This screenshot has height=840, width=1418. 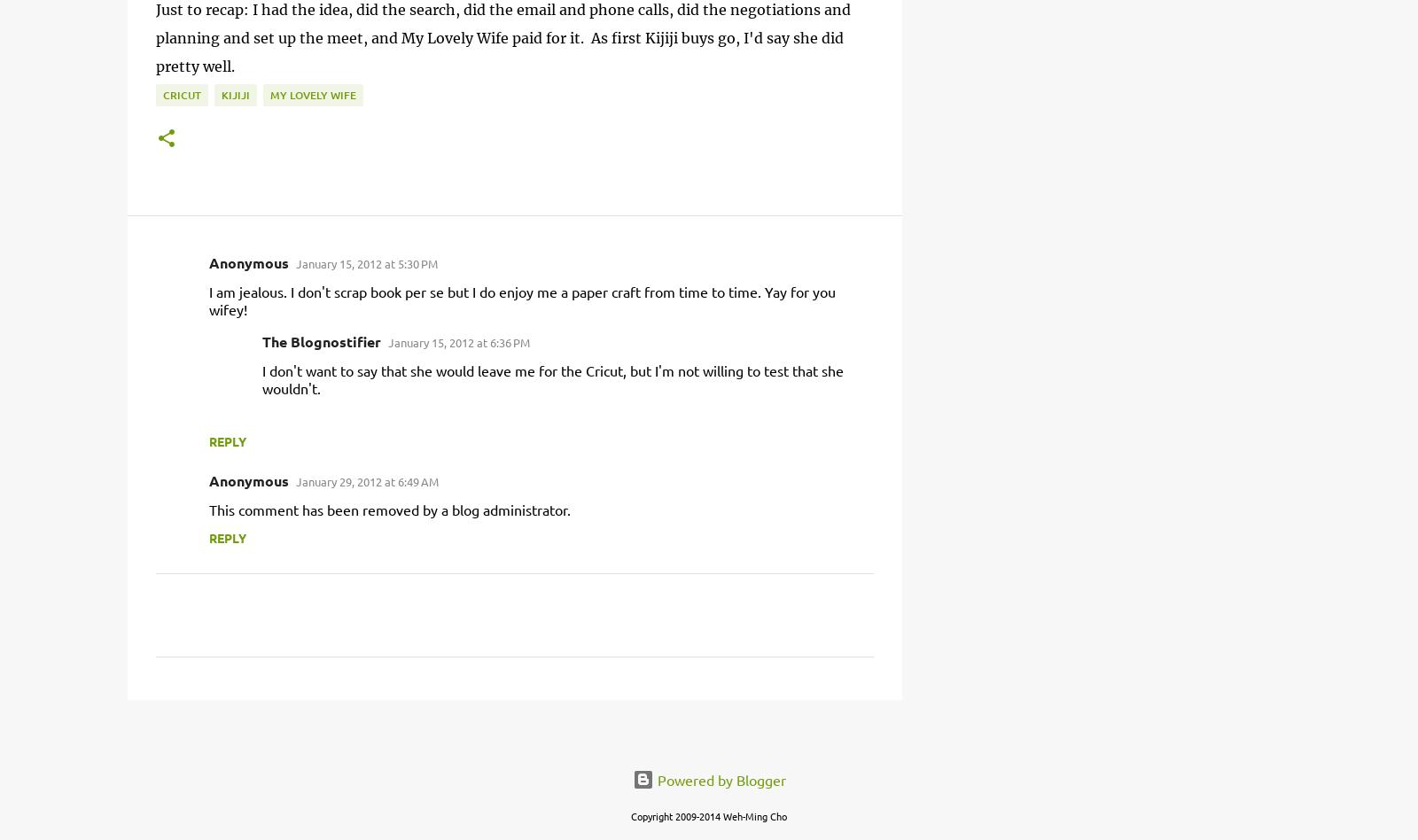 I want to click on 'The Blognostifier', so click(x=322, y=340).